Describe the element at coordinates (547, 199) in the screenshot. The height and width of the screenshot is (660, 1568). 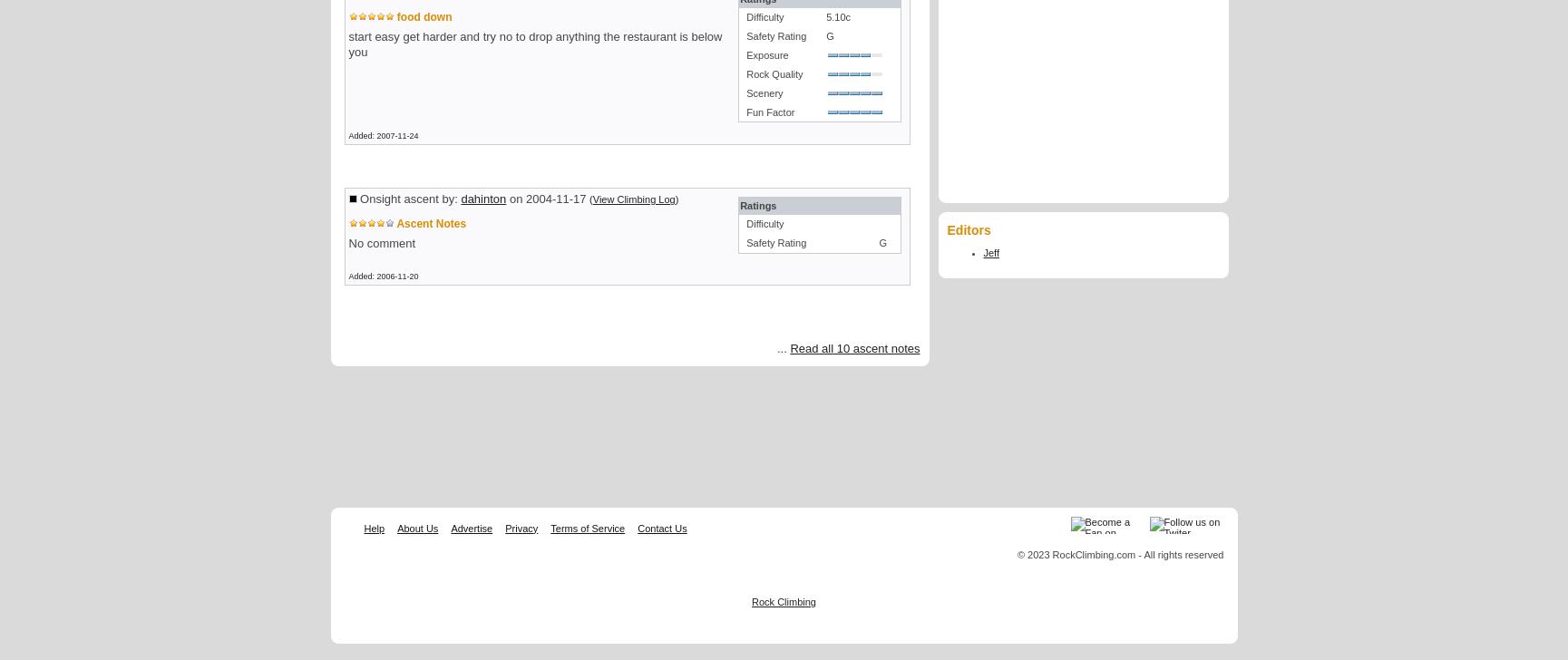
I see `'on 2004-11-17'` at that location.